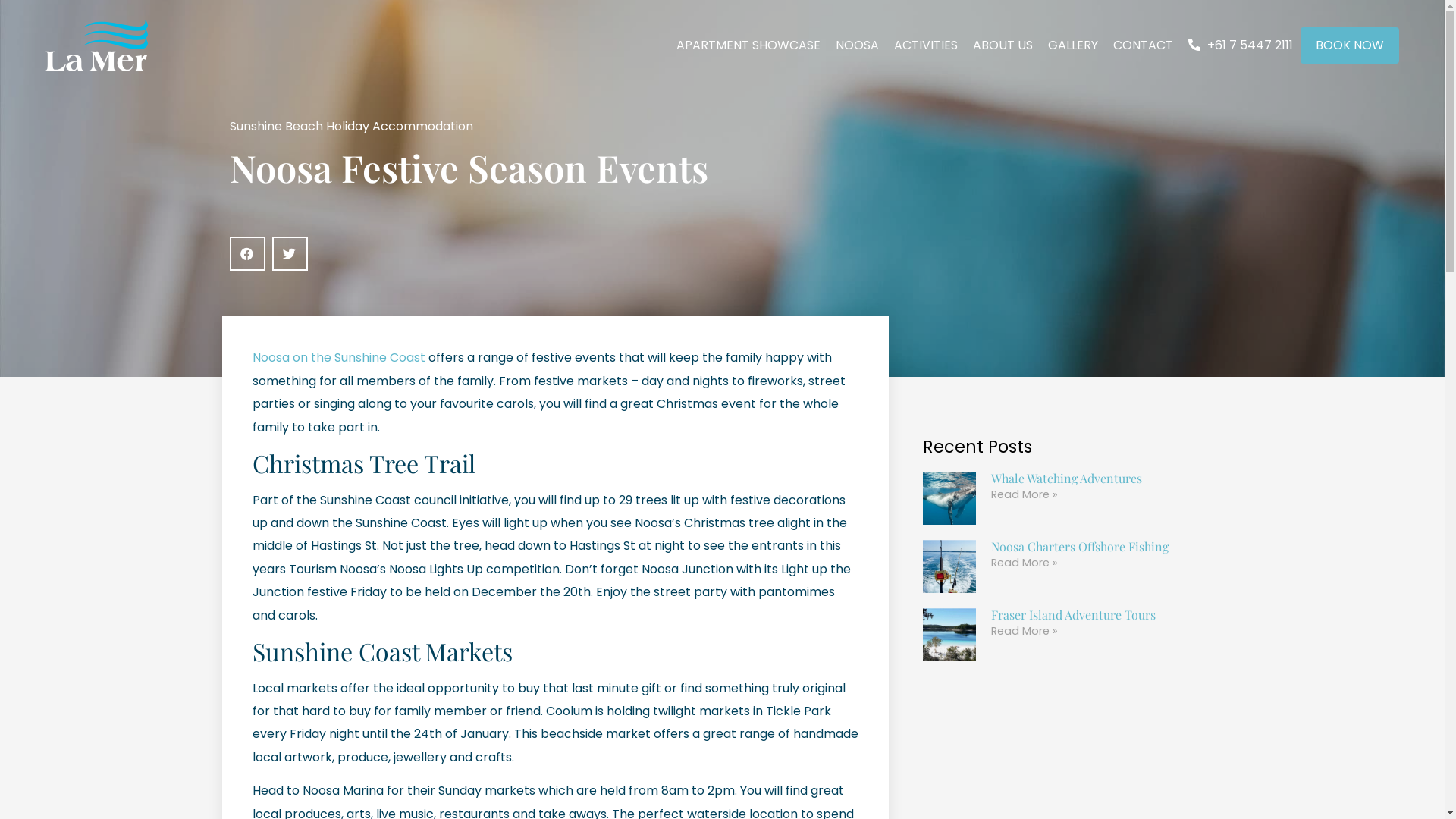 Image resolution: width=1456 pixels, height=819 pixels. Describe the element at coordinates (337, 357) in the screenshot. I see `'Noosa on the Sunshine Coast'` at that location.